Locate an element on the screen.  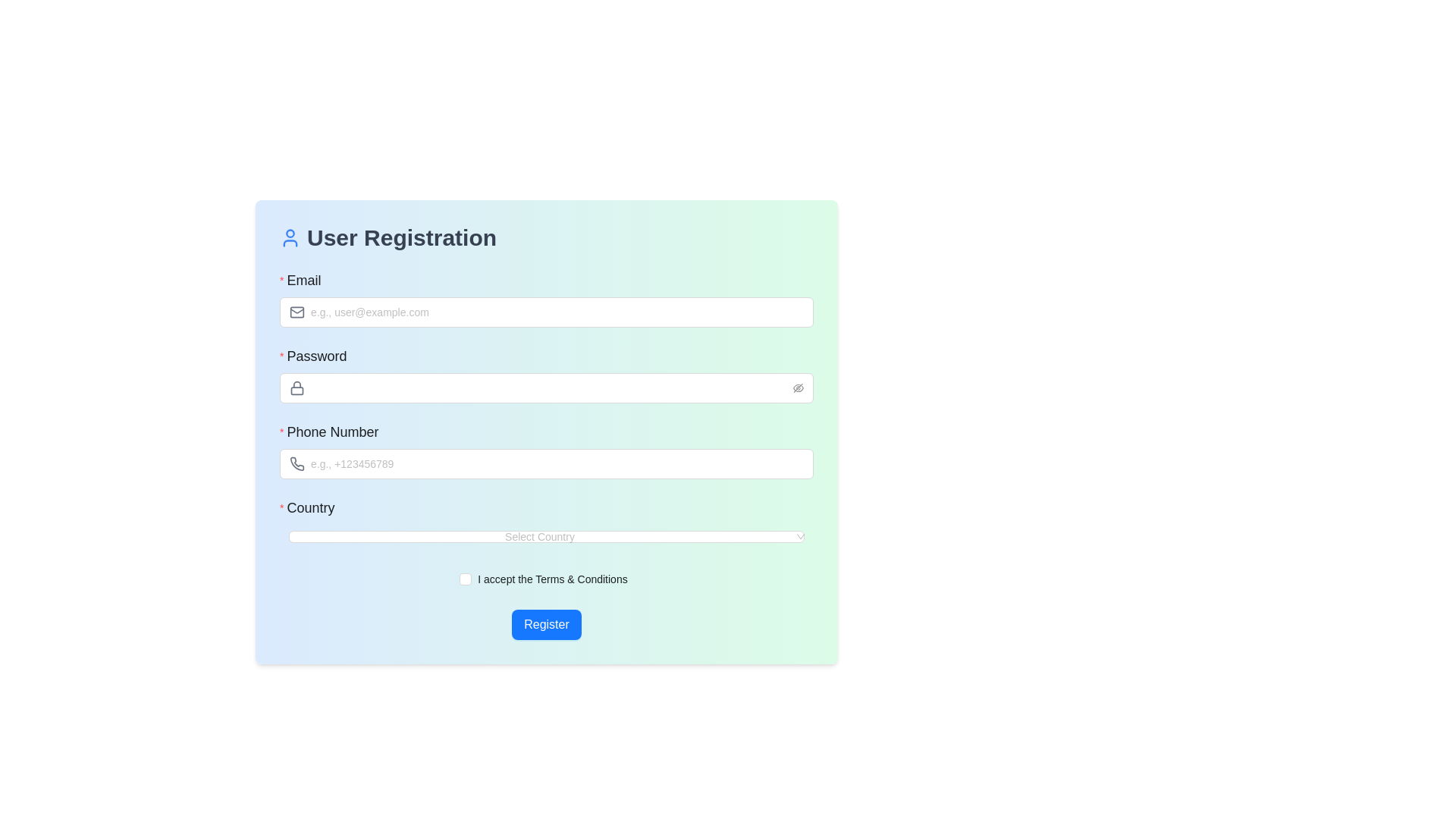
the Icon component inside the envelope icon of the 'Email' input field, which visually indicates the input field's function is located at coordinates (297, 312).